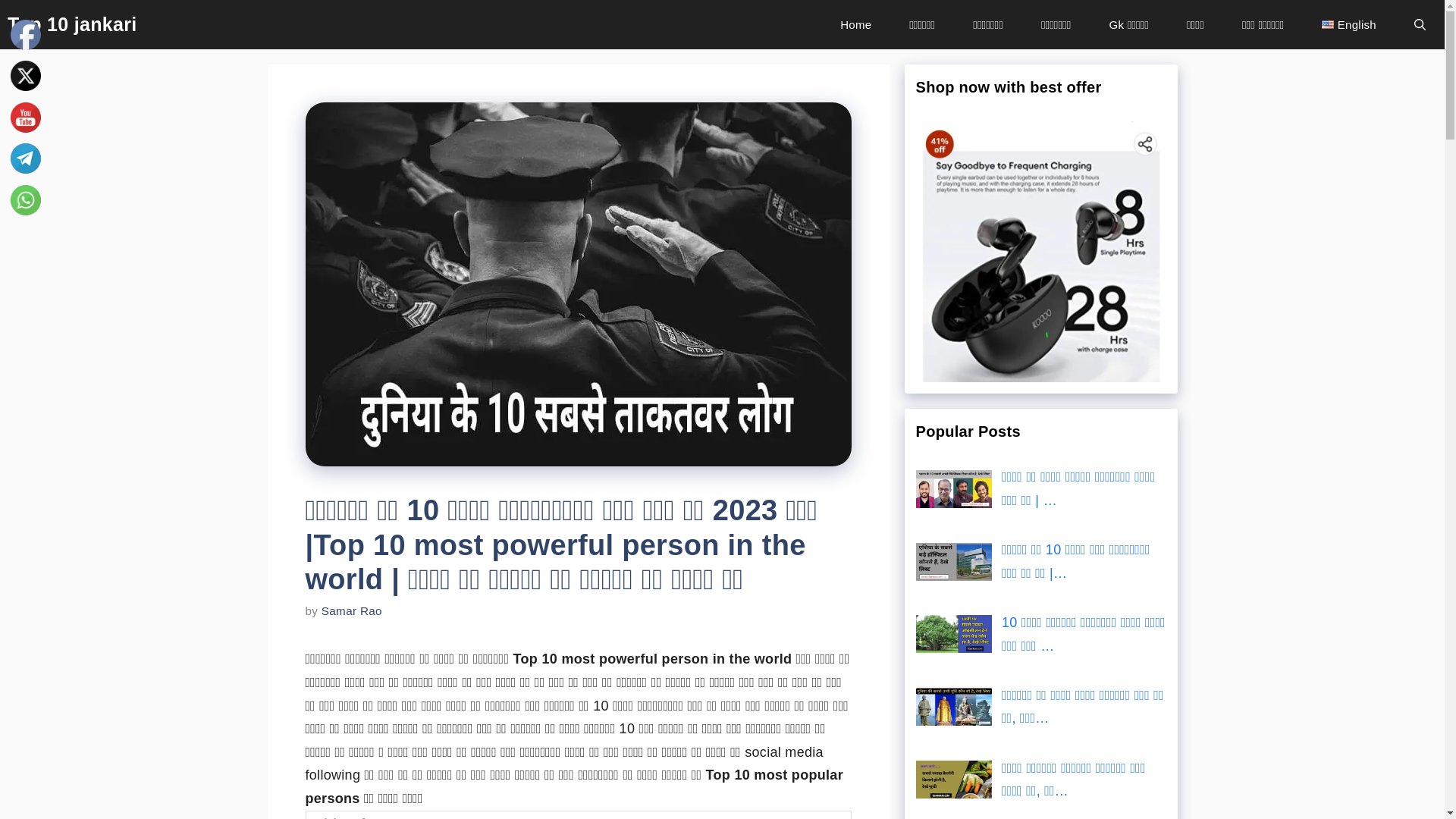 This screenshot has width=1456, height=819. What do you see at coordinates (1349, 24) in the screenshot?
I see `'English'` at bounding box center [1349, 24].